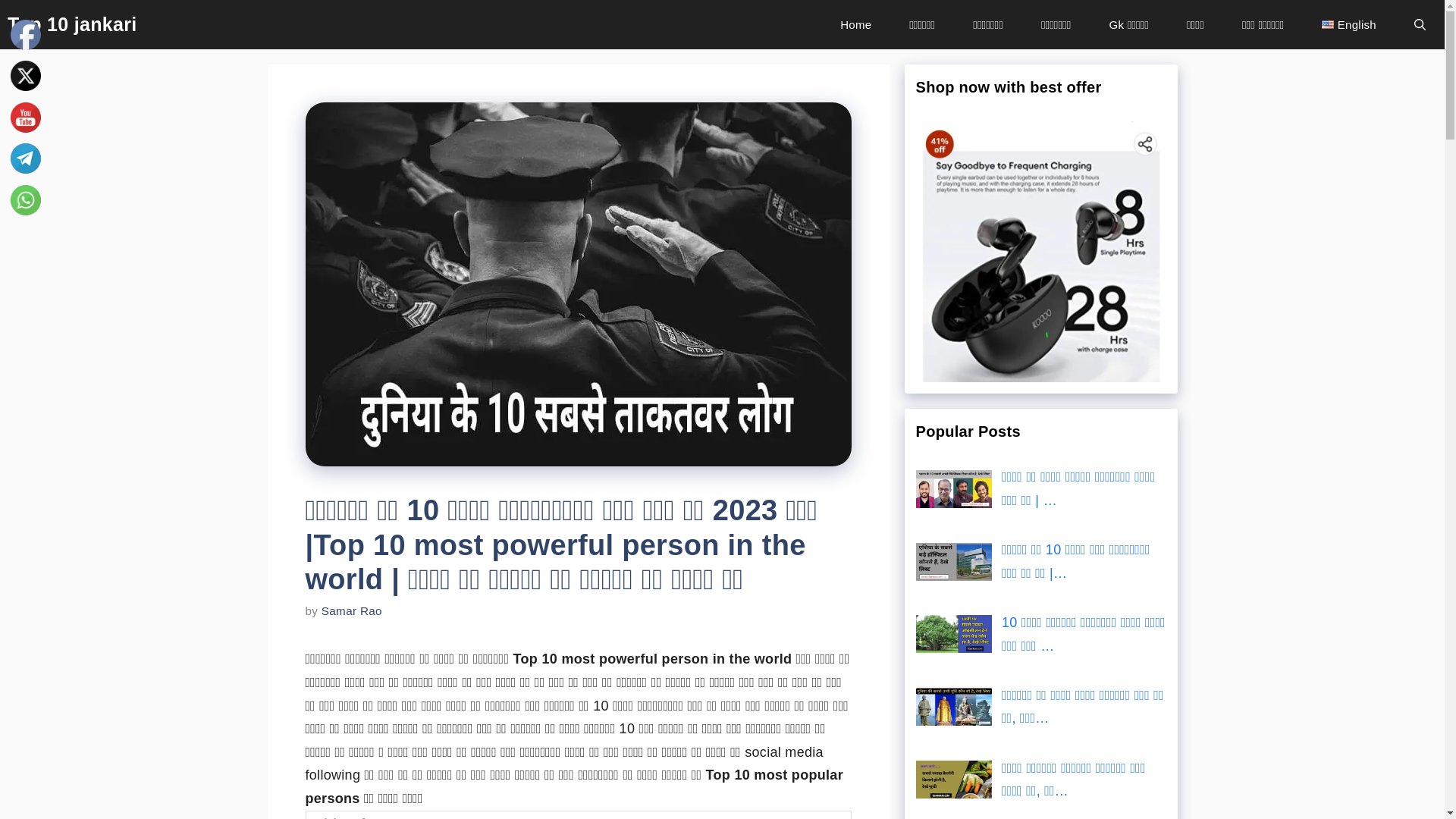 This screenshot has width=1456, height=819. What do you see at coordinates (1349, 24) in the screenshot?
I see `'English'` at bounding box center [1349, 24].